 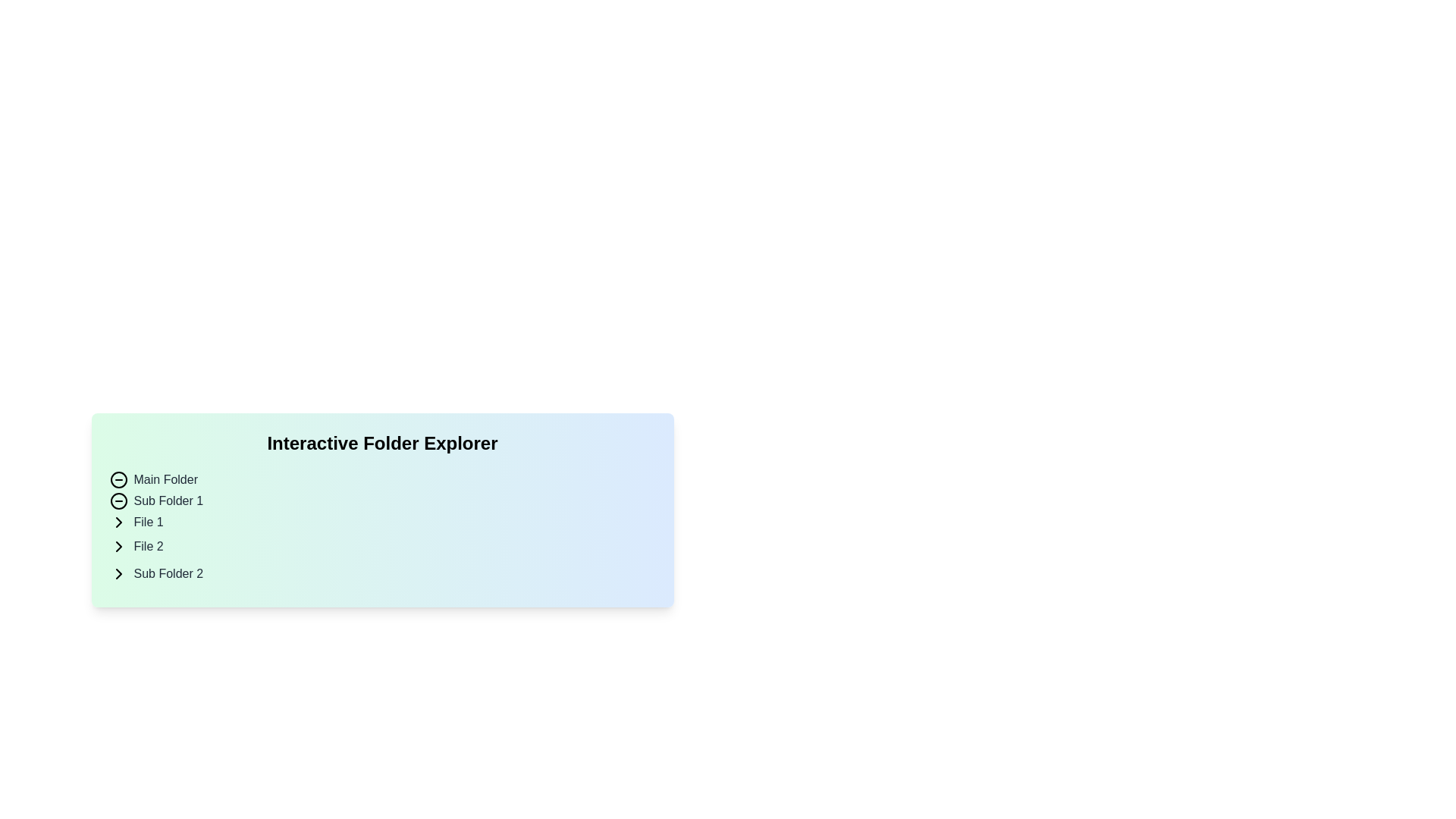 I want to click on the chevron icon located on the left side of the label 'File 2' to indicate interactivity, so click(x=118, y=547).